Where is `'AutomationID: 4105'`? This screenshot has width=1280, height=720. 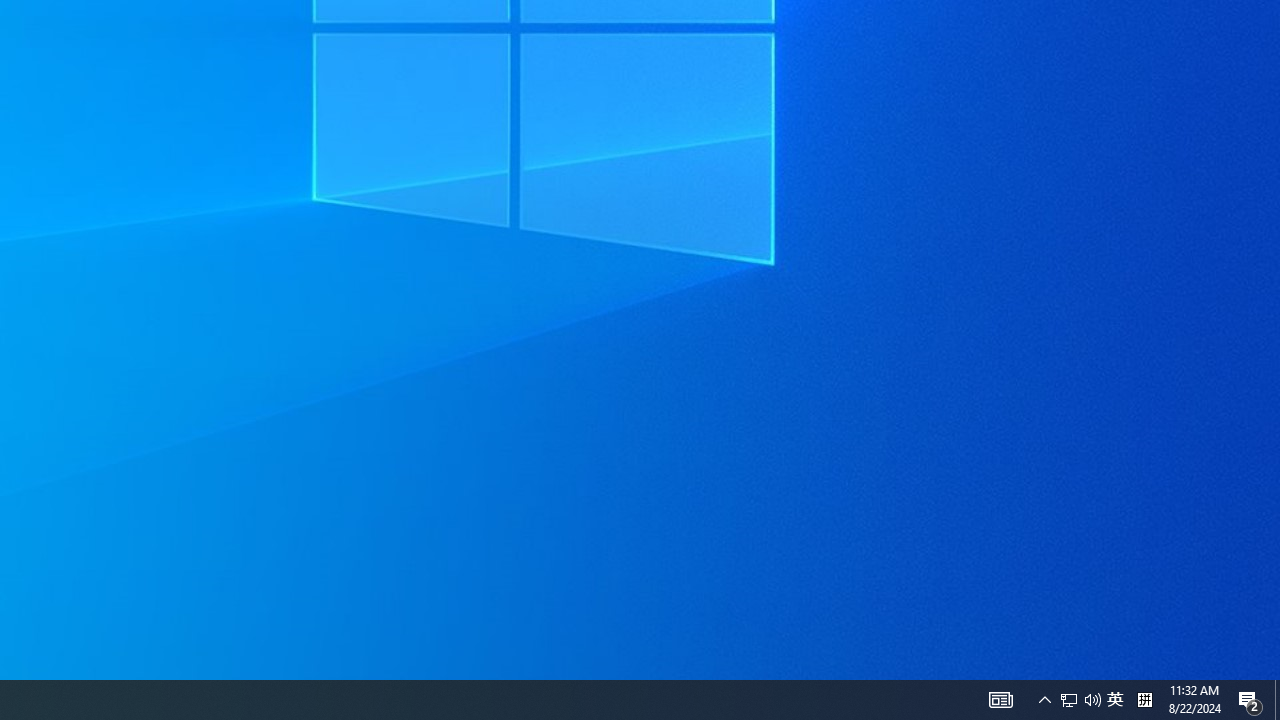 'AutomationID: 4105' is located at coordinates (1000, 698).